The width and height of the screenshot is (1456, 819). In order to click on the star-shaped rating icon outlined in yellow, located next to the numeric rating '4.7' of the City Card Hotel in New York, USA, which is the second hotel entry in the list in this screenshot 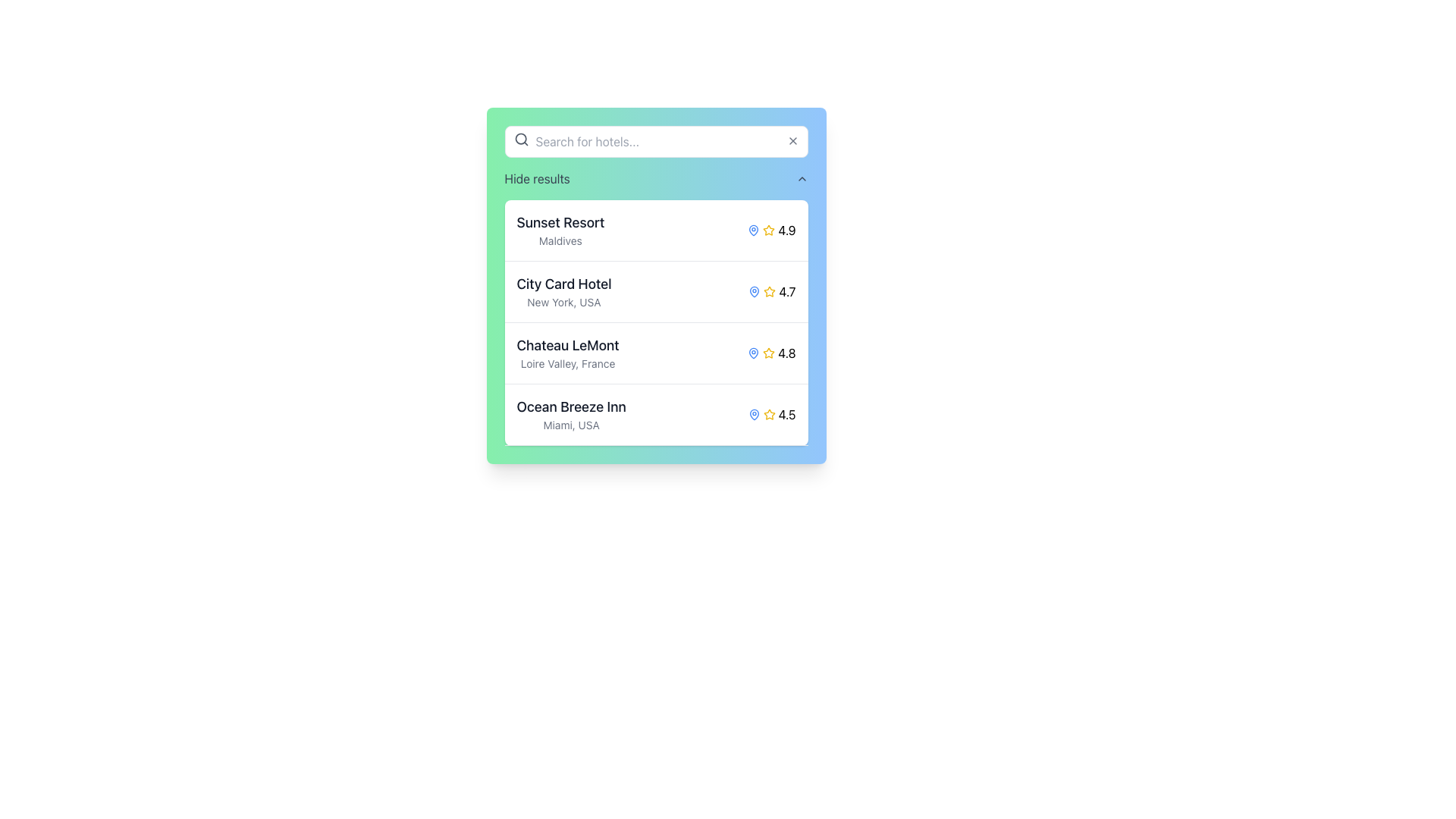, I will do `click(770, 292)`.